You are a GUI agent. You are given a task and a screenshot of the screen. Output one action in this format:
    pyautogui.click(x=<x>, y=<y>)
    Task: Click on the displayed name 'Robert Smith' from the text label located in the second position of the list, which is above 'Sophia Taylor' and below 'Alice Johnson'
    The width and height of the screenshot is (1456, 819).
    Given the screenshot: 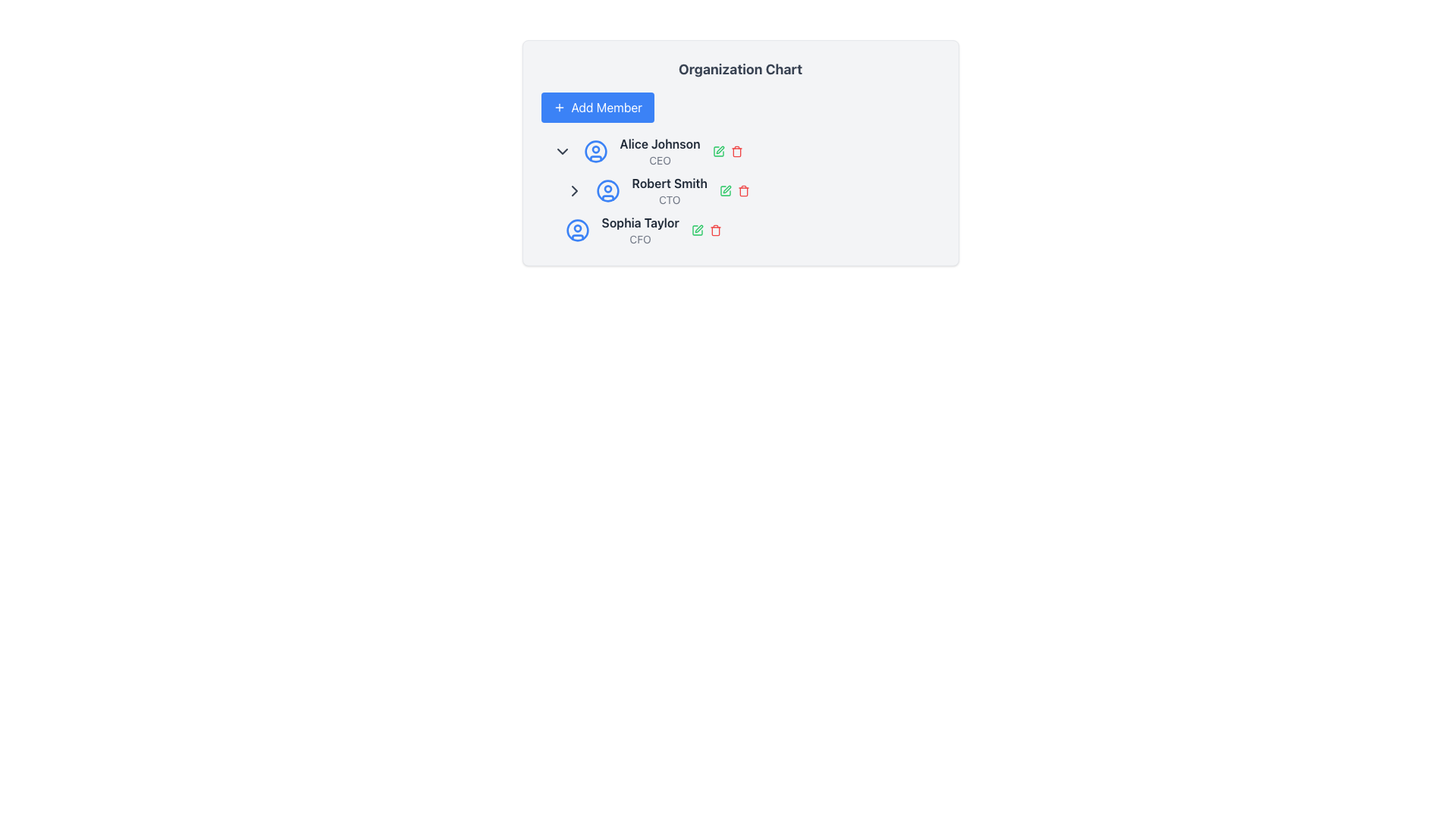 What is the action you would take?
    pyautogui.click(x=669, y=190)
    